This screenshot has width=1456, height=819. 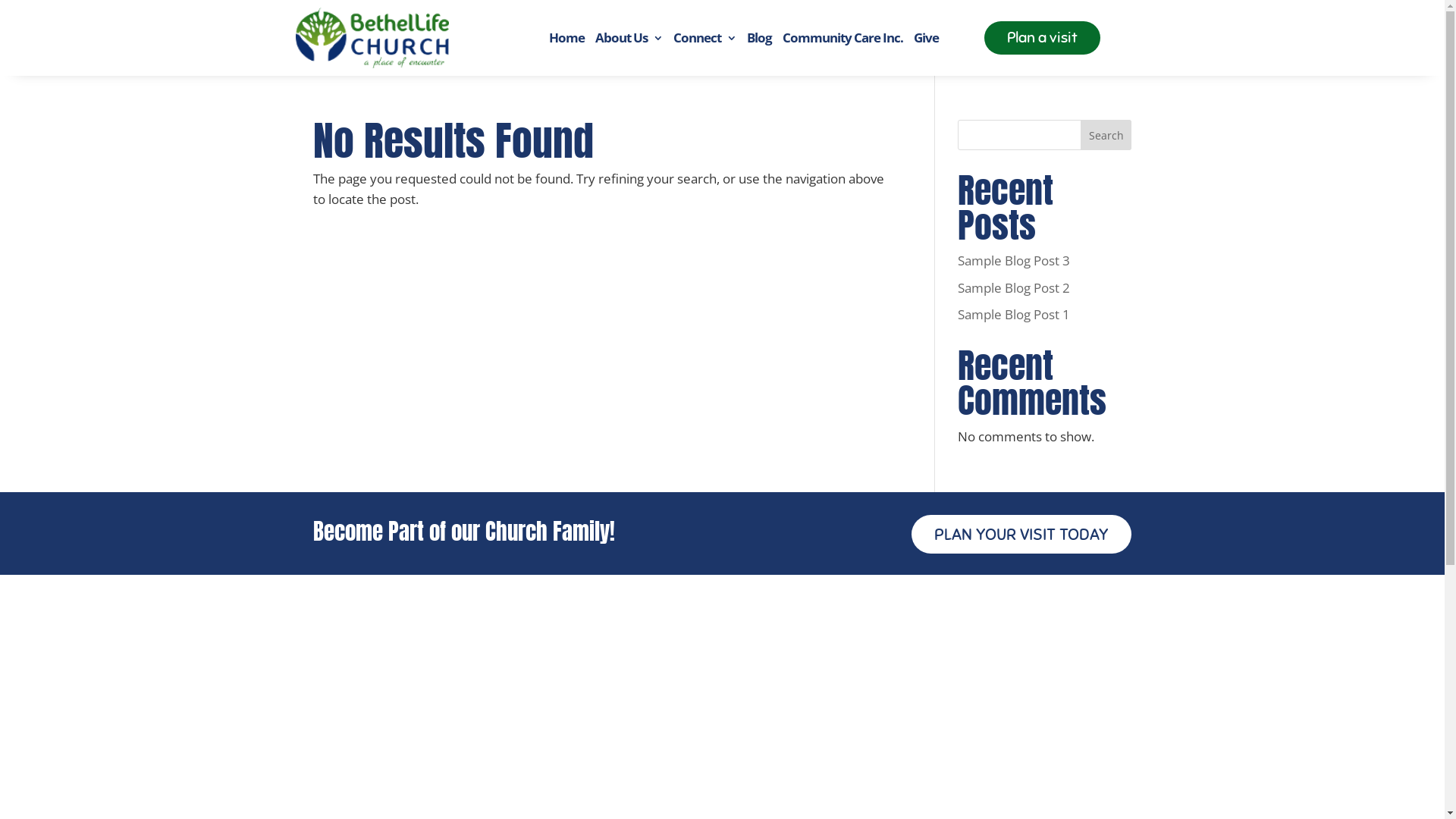 I want to click on 'Sample Blog Post 3', so click(x=1014, y=259).